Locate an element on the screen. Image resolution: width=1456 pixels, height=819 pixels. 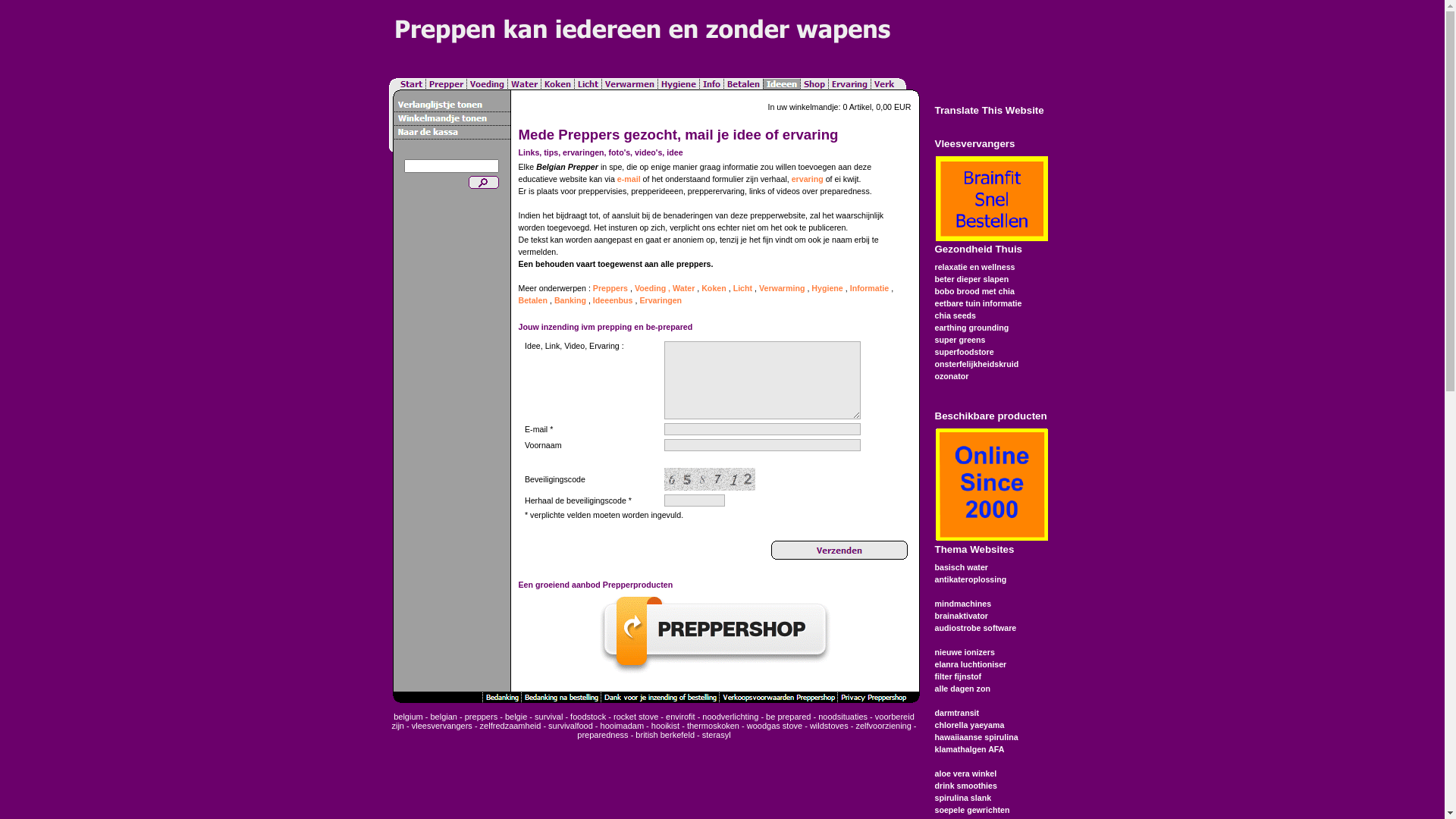
'bobo brood met chia' is located at coordinates (974, 291).